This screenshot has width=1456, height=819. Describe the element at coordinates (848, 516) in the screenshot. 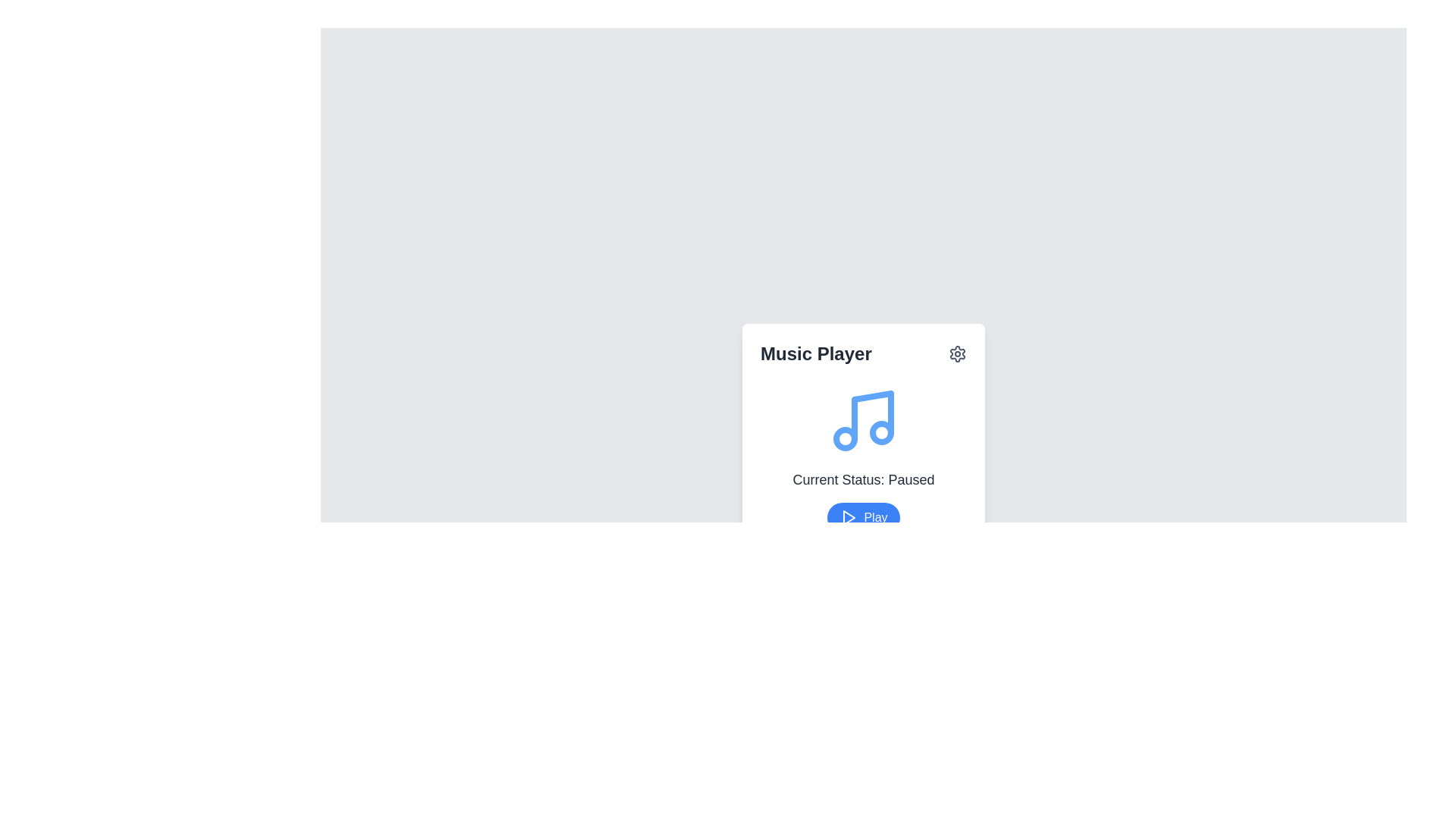

I see `the 'Play' button, which is an icon embedded within a rectangular button for initiating audio playback located near the bottom of the music player card` at that location.